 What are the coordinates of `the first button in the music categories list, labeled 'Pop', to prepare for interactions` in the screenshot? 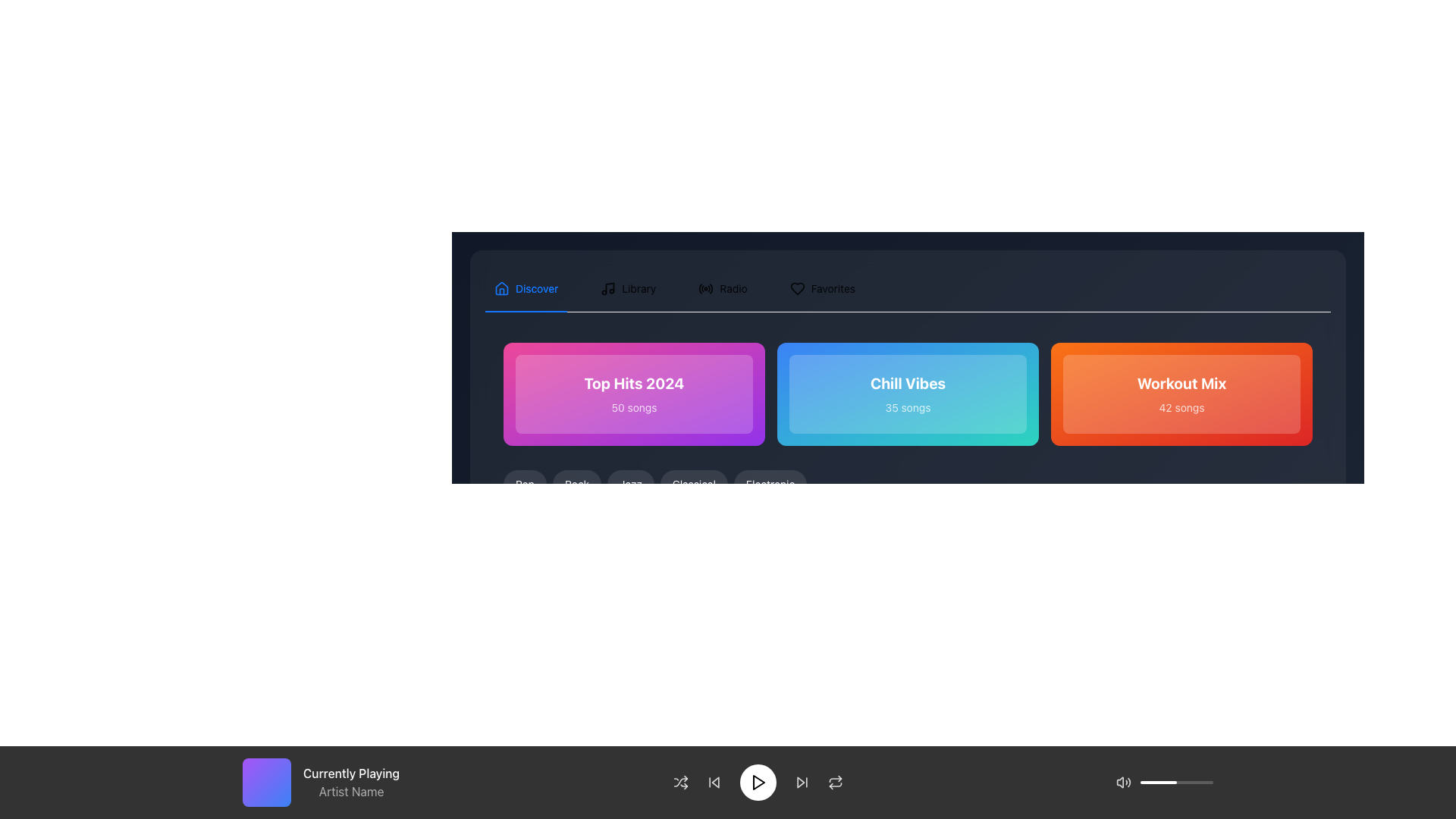 It's located at (525, 485).